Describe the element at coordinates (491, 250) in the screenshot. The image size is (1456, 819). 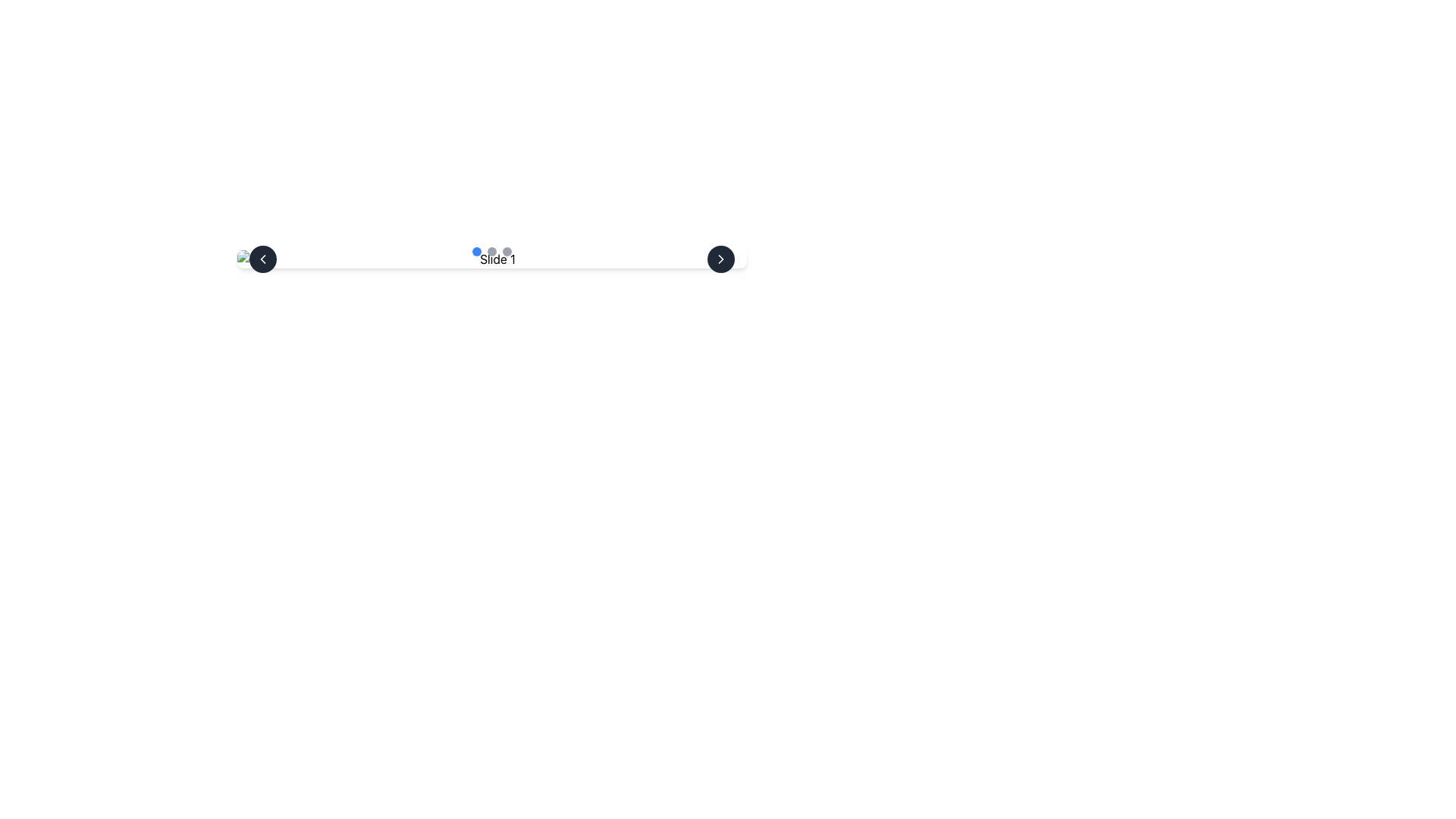
I see `the second circular indicator button for the carousel widget located at the bottom-center of the interface` at that location.